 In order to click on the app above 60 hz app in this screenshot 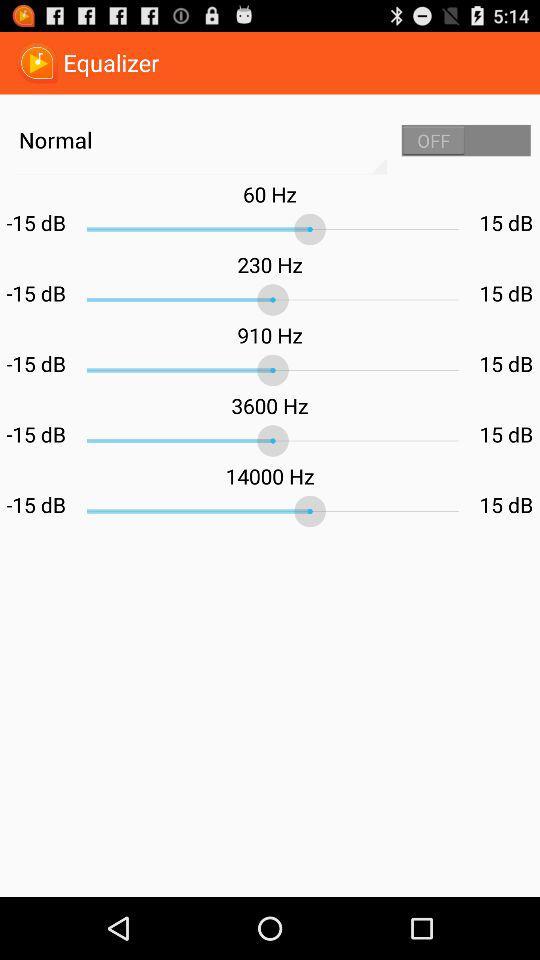, I will do `click(466, 139)`.